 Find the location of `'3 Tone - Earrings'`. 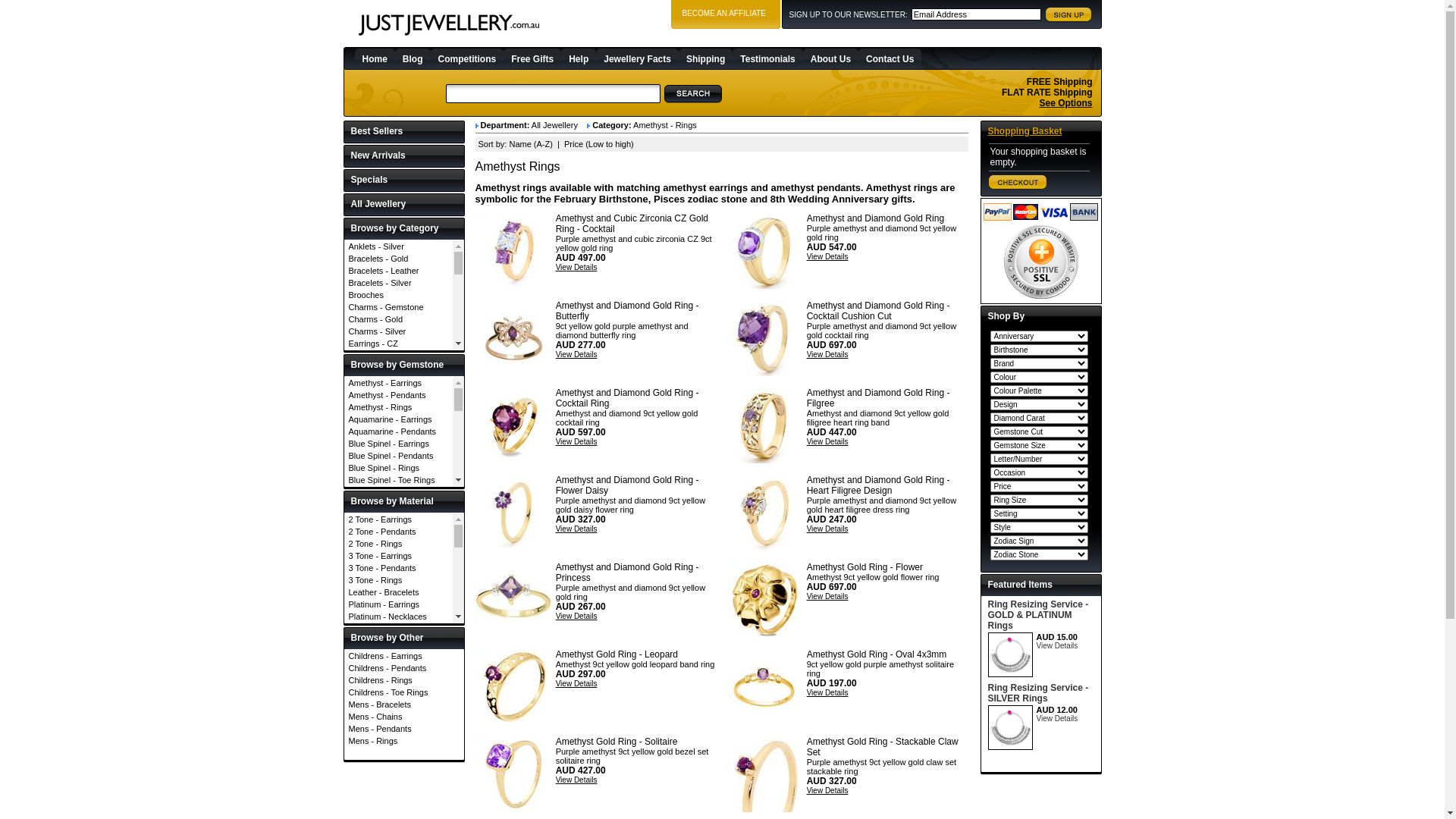

'3 Tone - Earrings' is located at coordinates (344, 555).